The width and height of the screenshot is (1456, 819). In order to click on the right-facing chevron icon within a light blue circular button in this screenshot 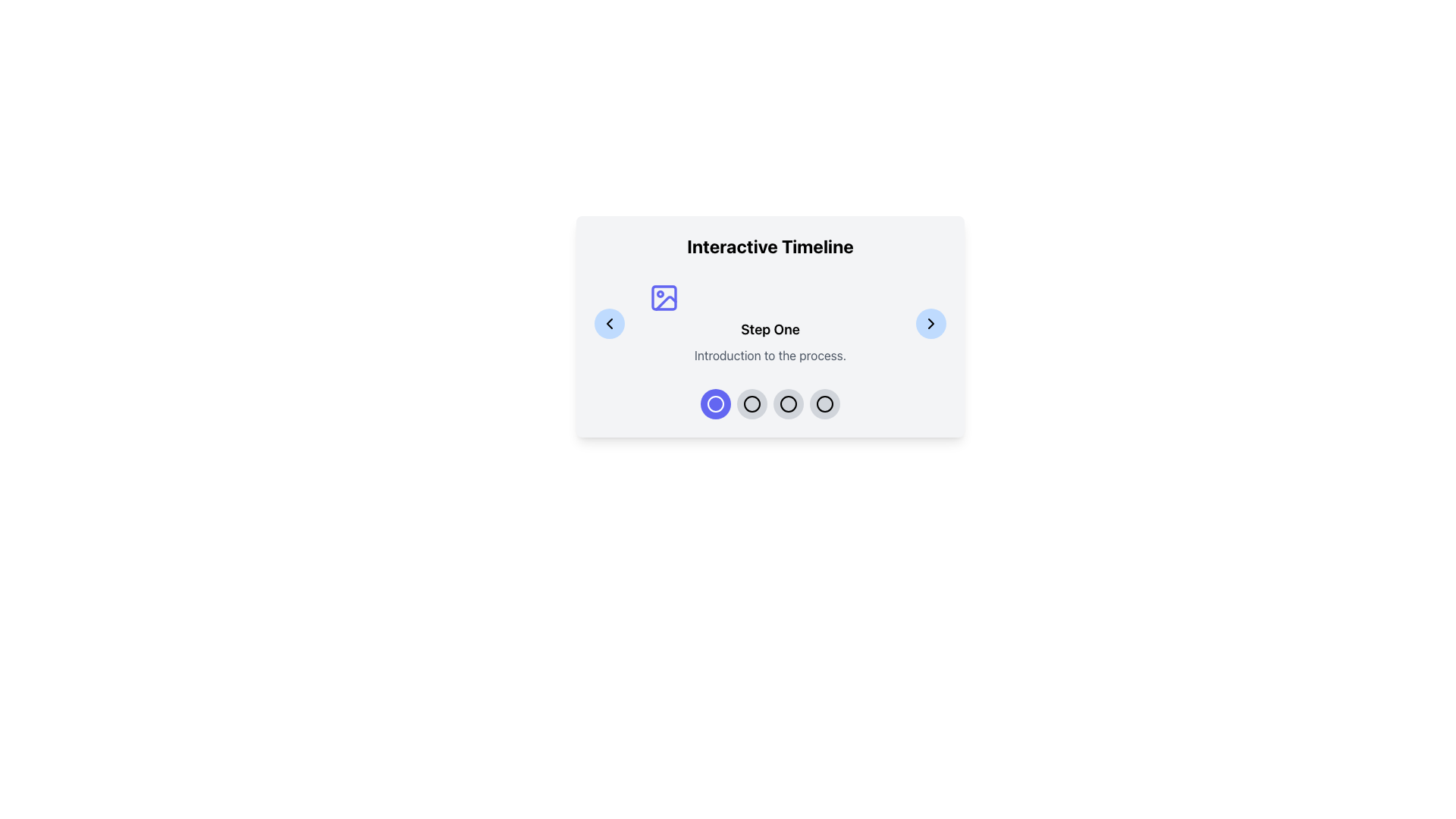, I will do `click(930, 323)`.